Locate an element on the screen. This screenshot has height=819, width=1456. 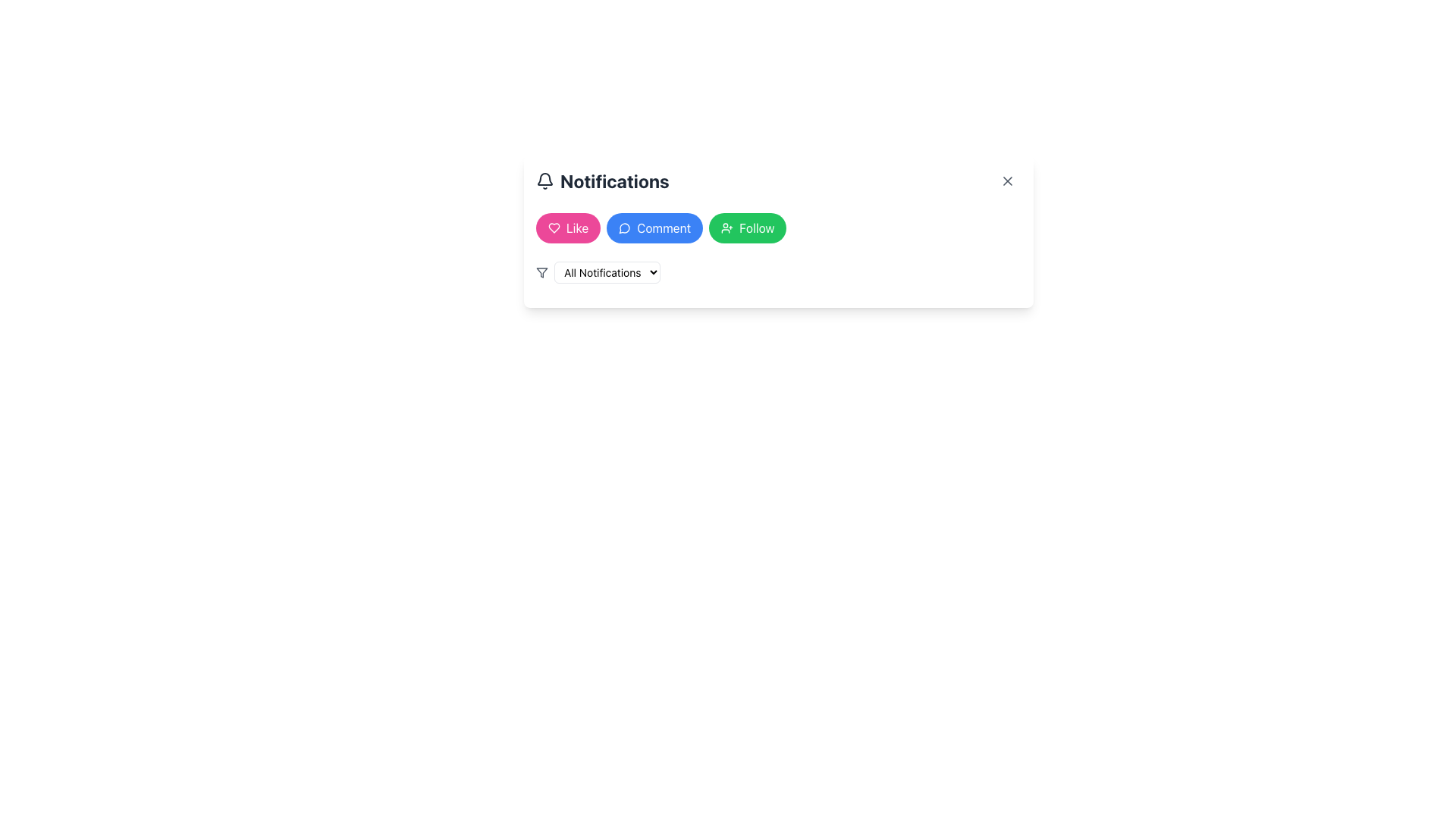
the green 'Follow' button with rounded edges, located to the right of the blue 'Comment' button and to the left of a dropdown element is located at coordinates (779, 231).